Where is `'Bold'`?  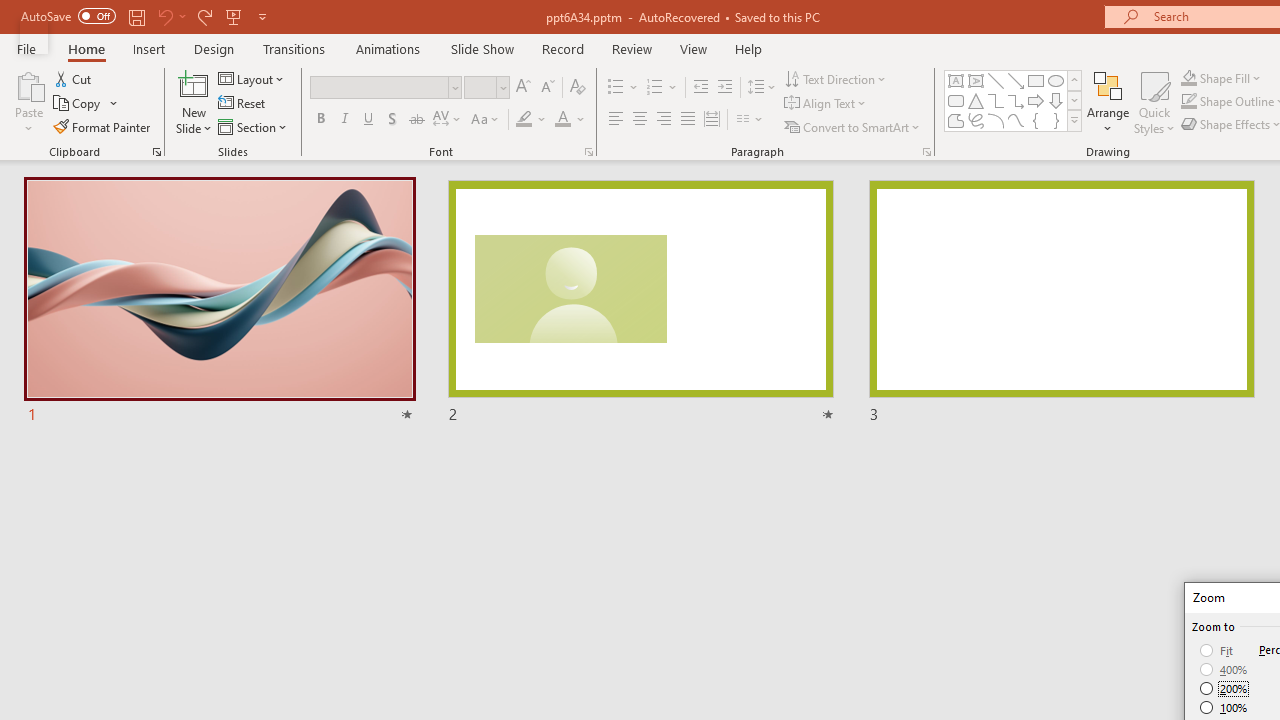 'Bold' is located at coordinates (320, 119).